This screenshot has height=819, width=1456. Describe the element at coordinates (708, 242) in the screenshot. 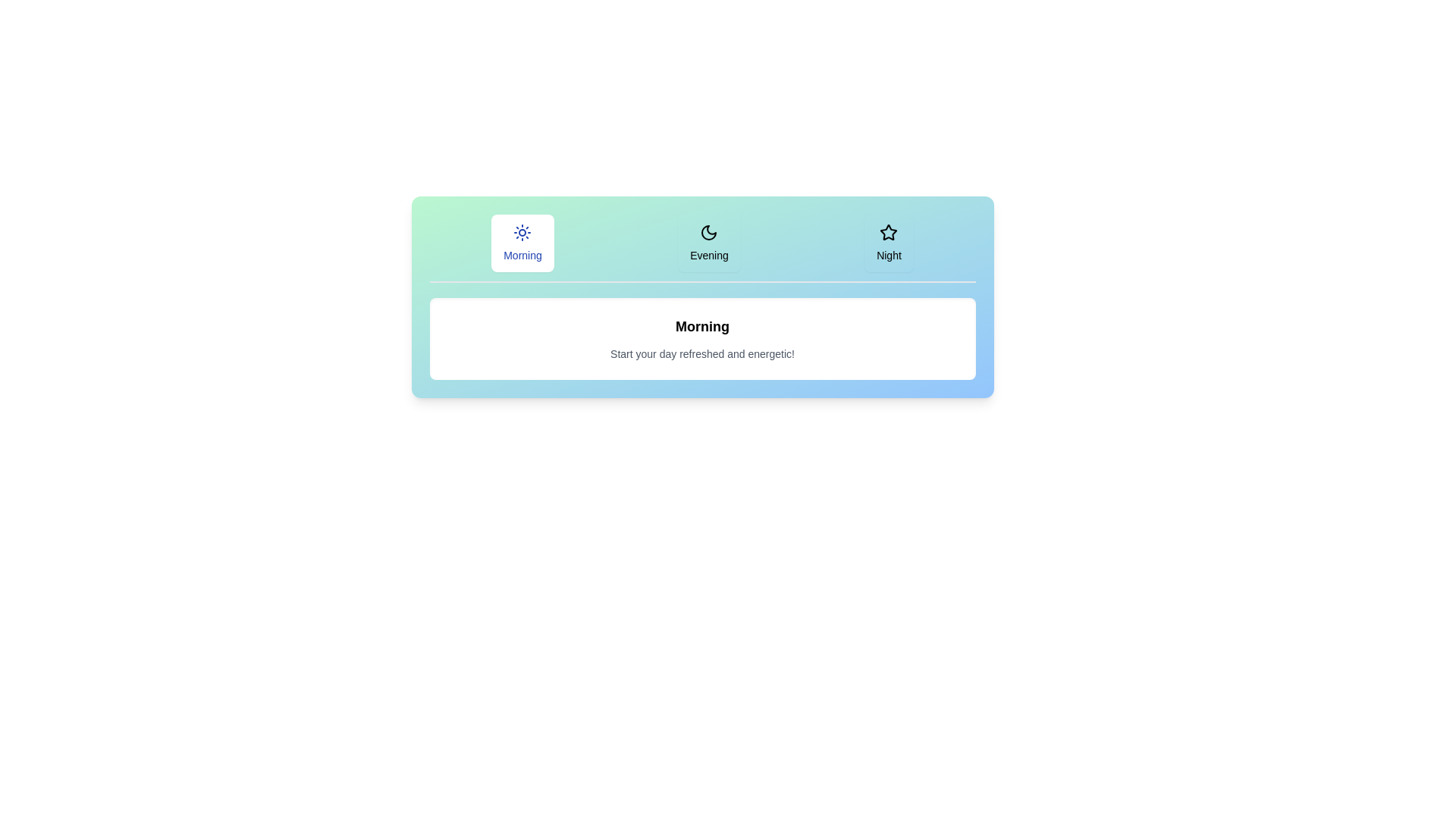

I see `the tab labeled Evening to select it` at that location.